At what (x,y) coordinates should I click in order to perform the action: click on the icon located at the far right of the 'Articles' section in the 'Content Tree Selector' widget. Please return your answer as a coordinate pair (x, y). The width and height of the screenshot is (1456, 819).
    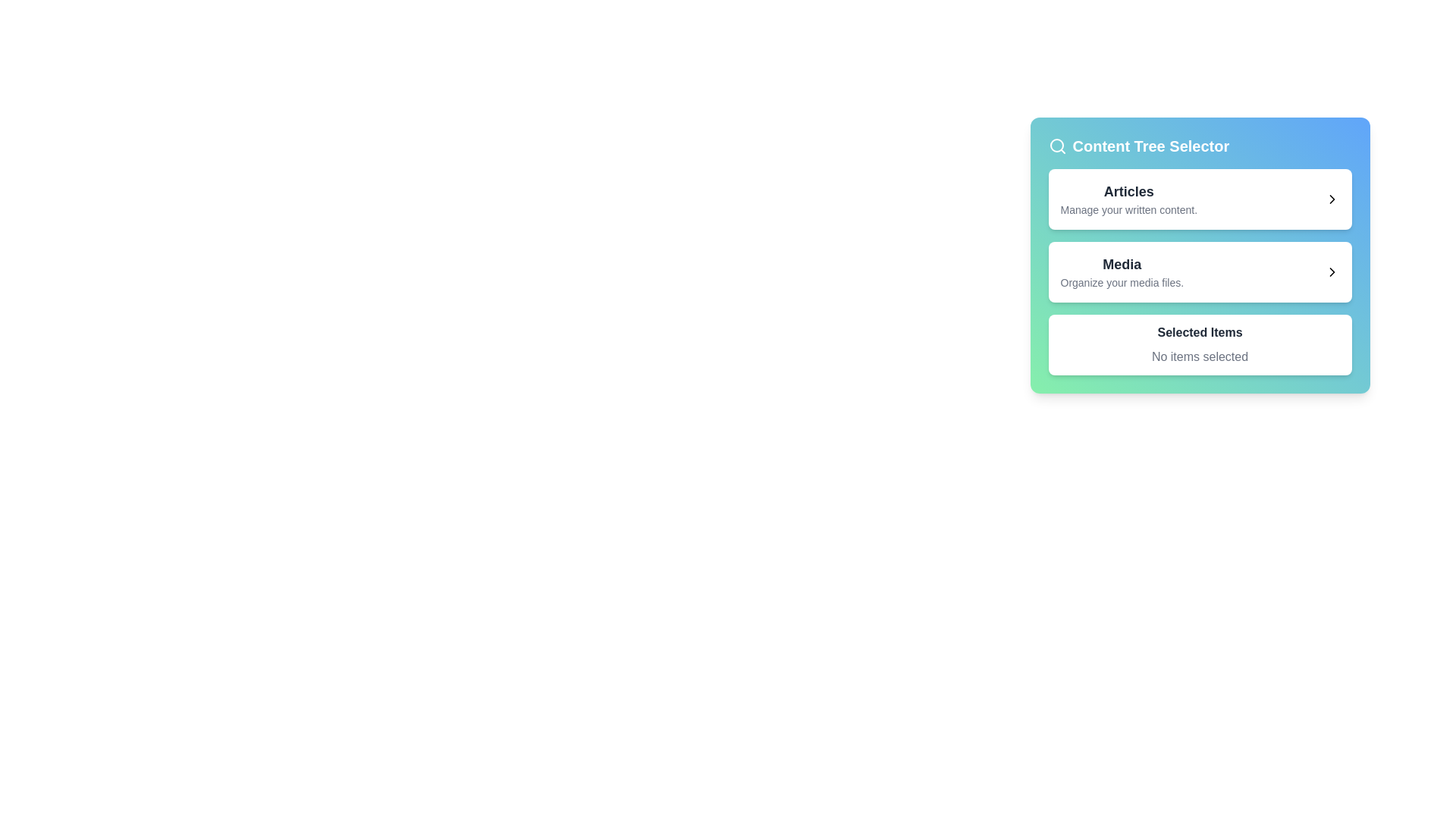
    Looking at the image, I should click on (1331, 198).